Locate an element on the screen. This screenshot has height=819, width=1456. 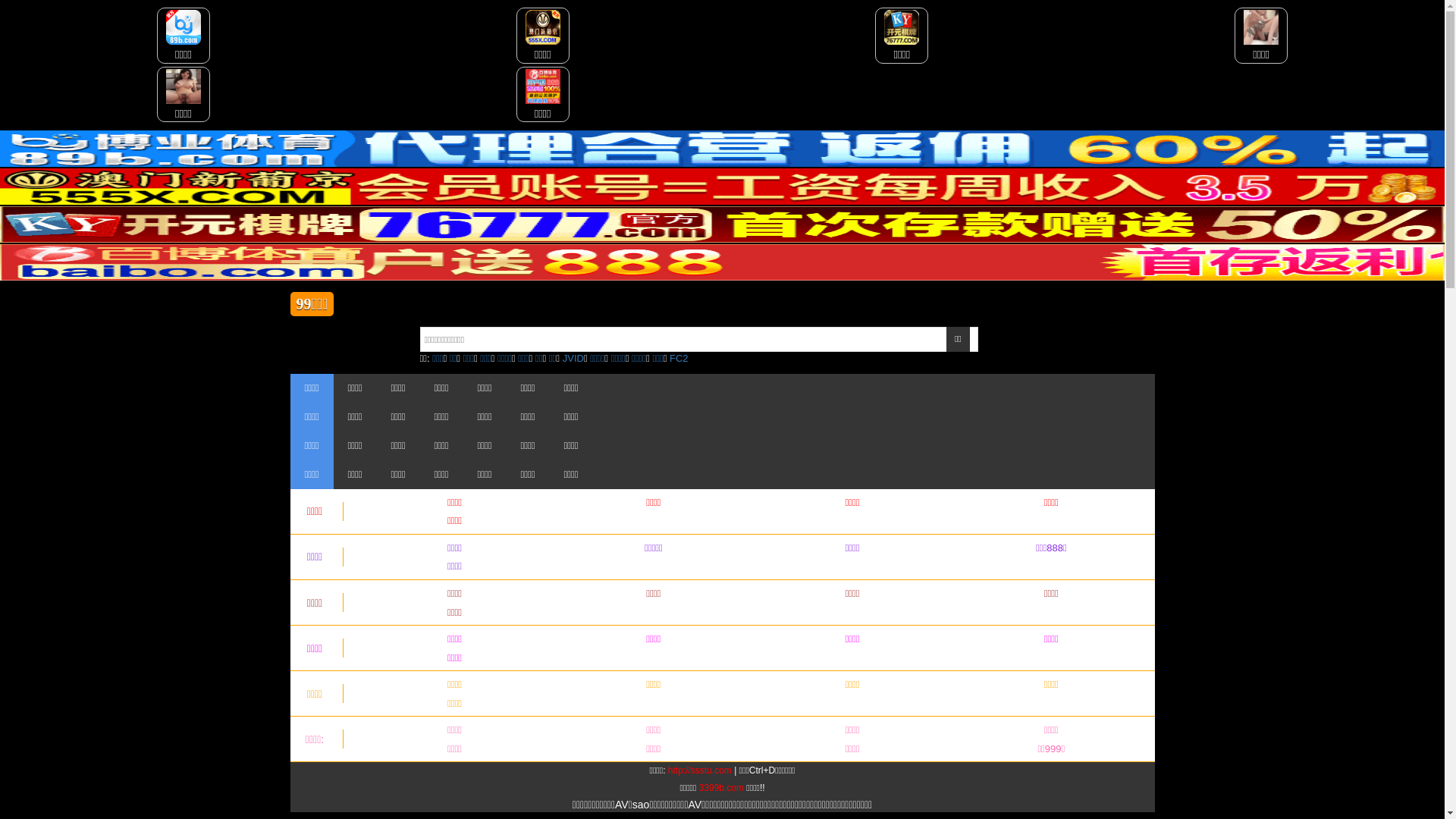
'FC2' is located at coordinates (678, 358).